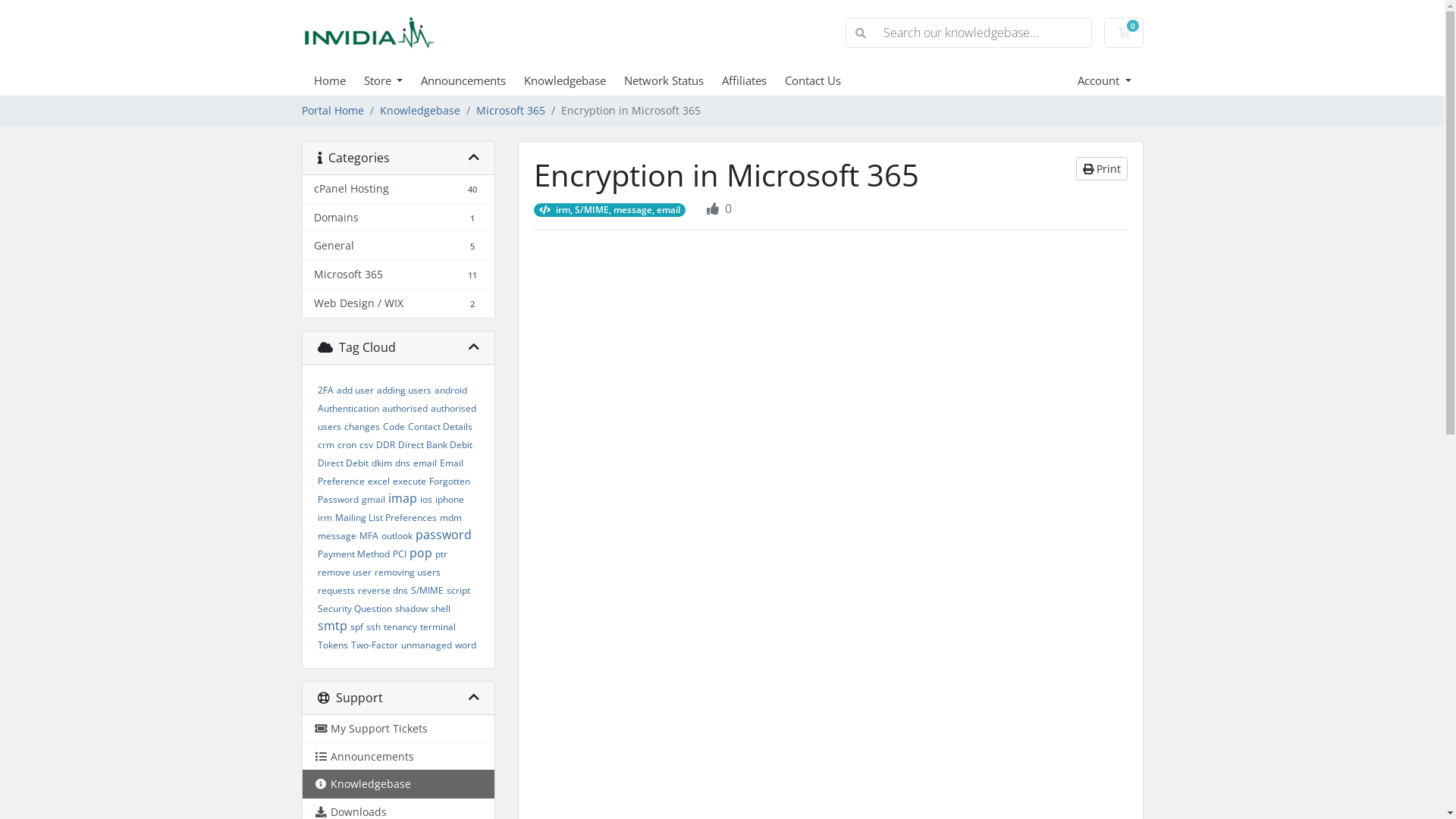 The height and width of the screenshot is (819, 1456). I want to click on 'PCI', so click(400, 554).